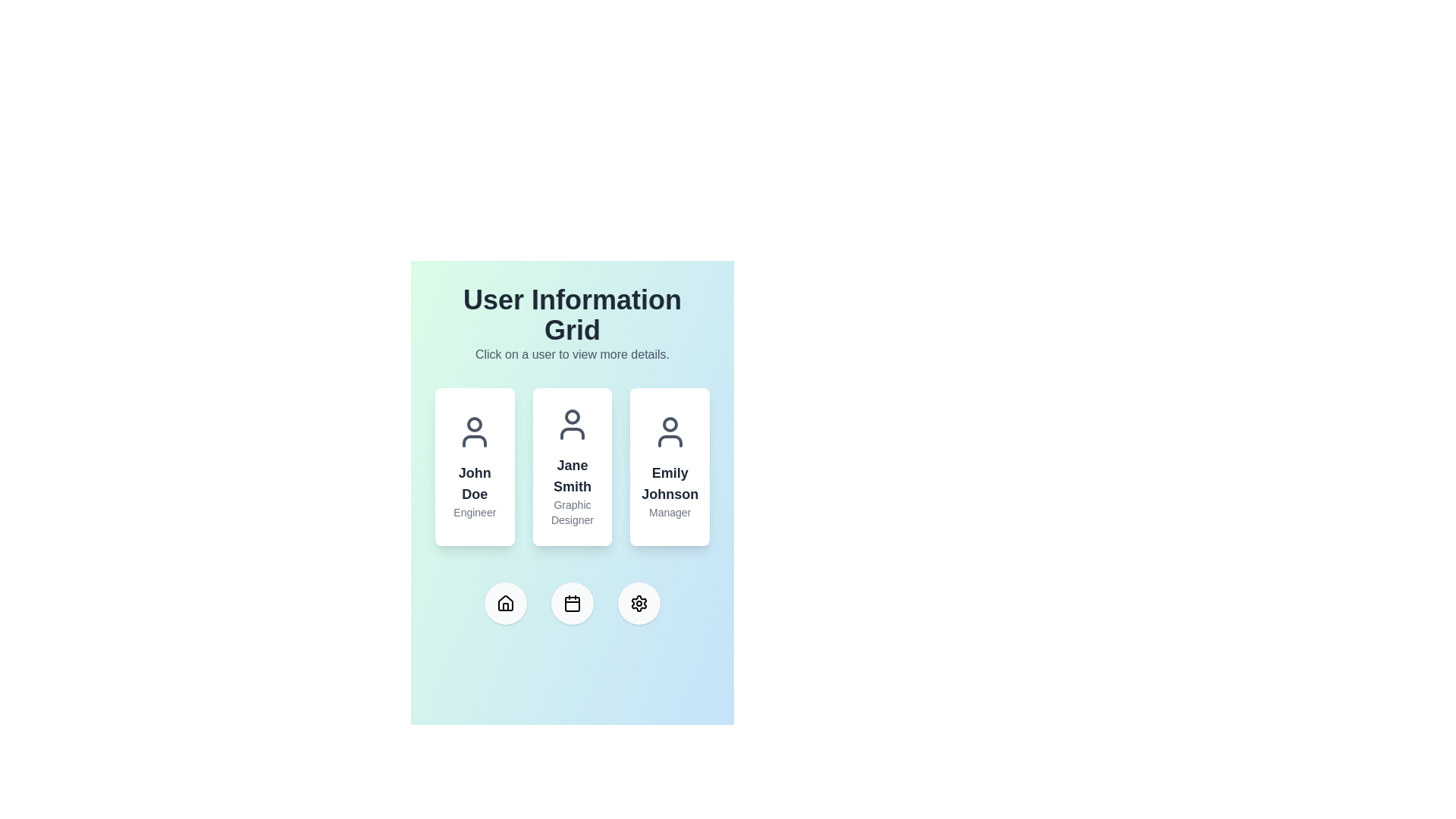 Image resolution: width=1456 pixels, height=819 pixels. What do you see at coordinates (669, 483) in the screenshot?
I see `the text label that displays the name of a person, located in the third card of a three-card grid layout, positioned beneath an icon and above a smaller text label that reads 'Manager'` at bounding box center [669, 483].